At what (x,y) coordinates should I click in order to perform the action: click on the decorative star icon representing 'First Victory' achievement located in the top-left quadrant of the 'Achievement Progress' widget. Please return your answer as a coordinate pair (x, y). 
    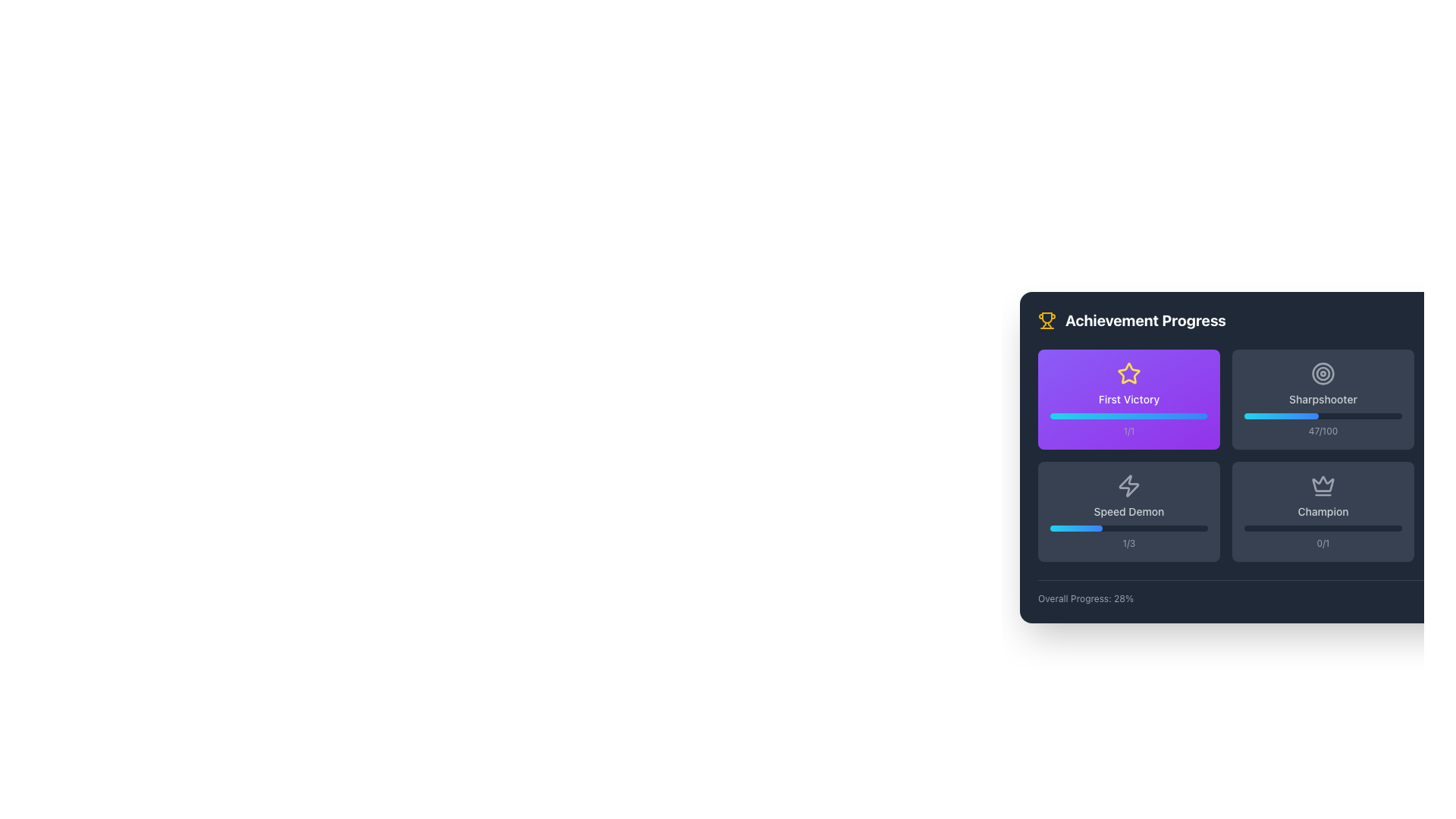
    Looking at the image, I should click on (1128, 373).